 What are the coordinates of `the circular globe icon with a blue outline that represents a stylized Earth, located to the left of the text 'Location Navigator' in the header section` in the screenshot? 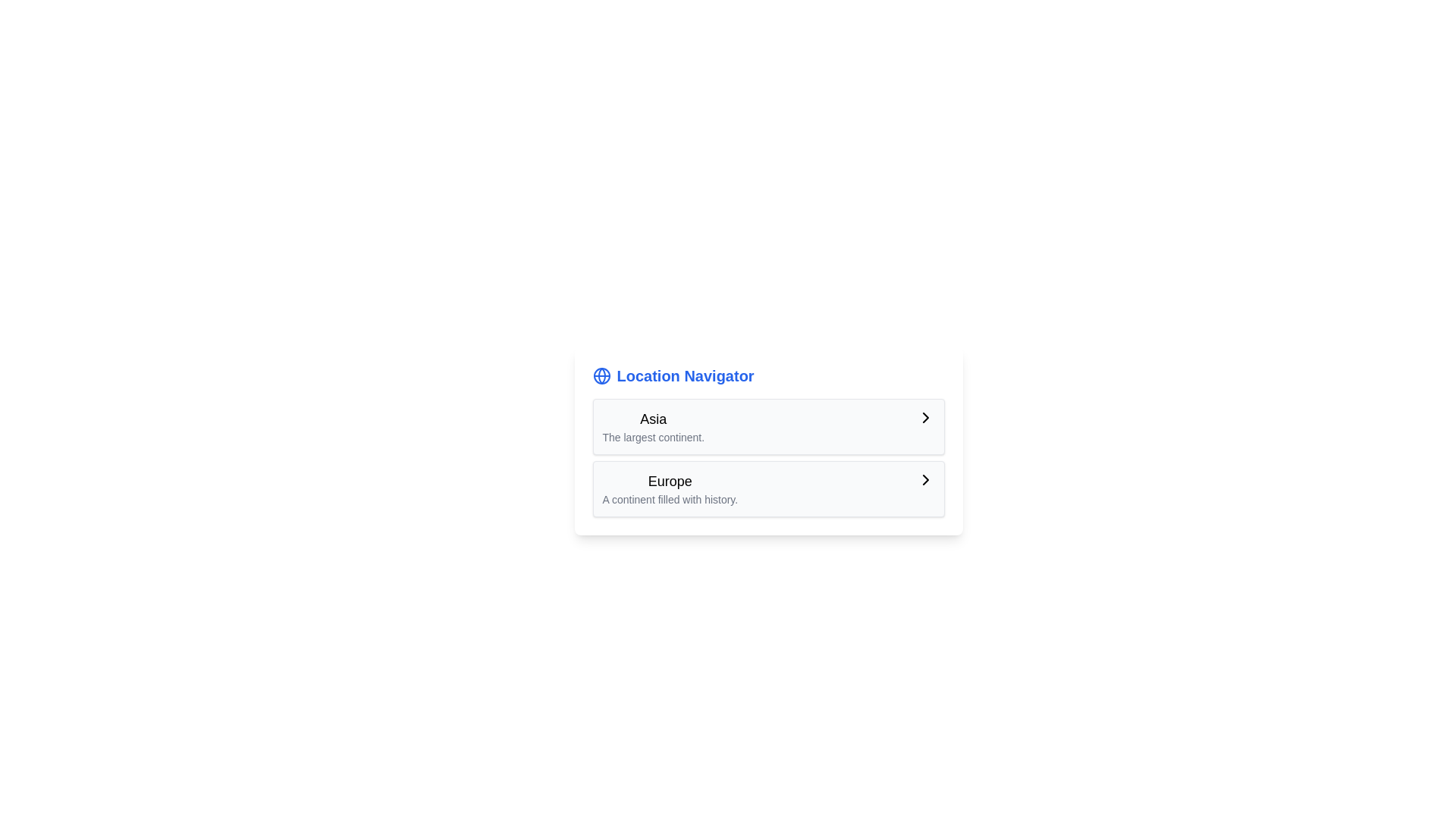 It's located at (601, 375).